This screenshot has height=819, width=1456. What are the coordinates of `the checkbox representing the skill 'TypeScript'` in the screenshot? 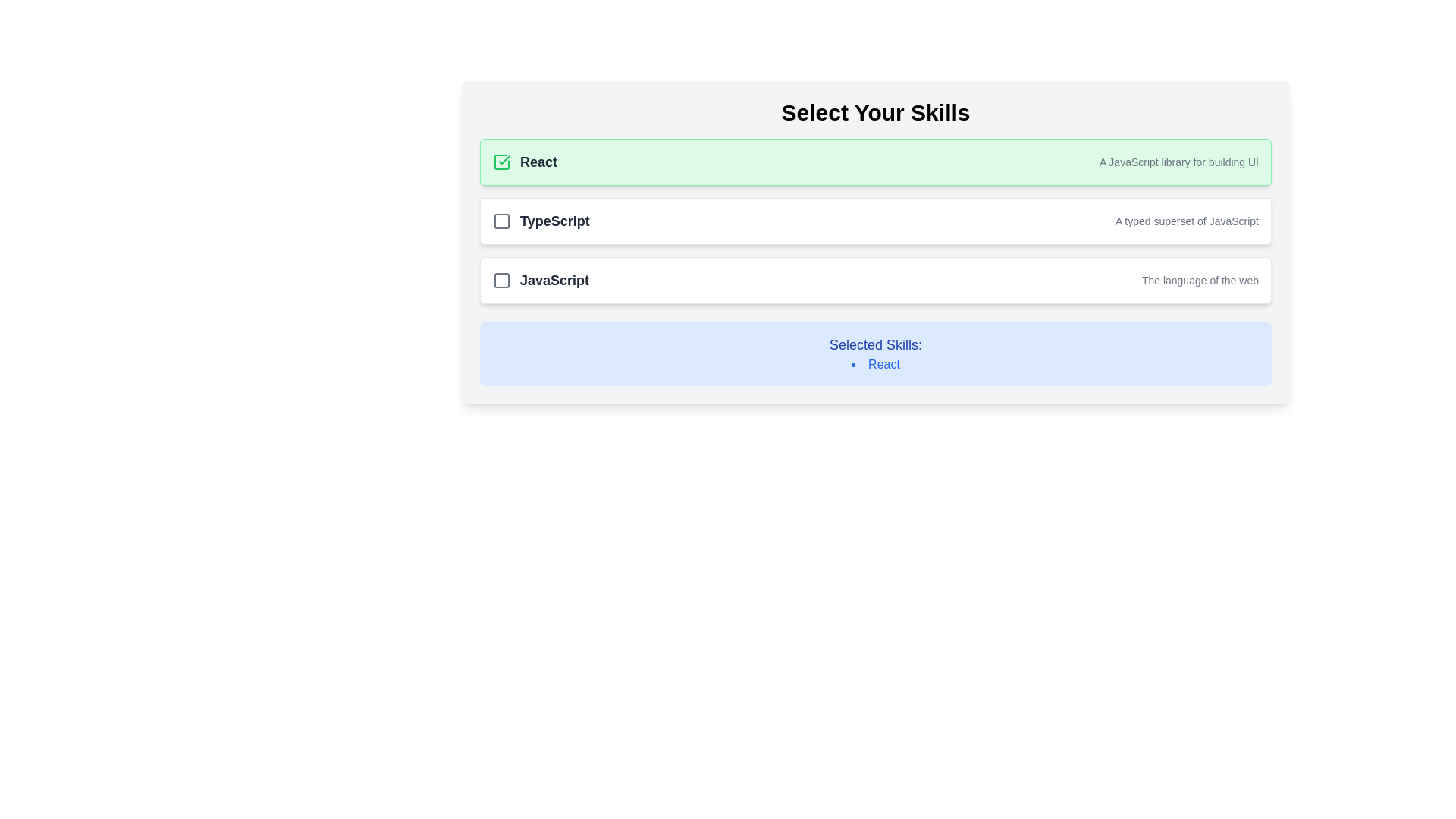 It's located at (502, 221).